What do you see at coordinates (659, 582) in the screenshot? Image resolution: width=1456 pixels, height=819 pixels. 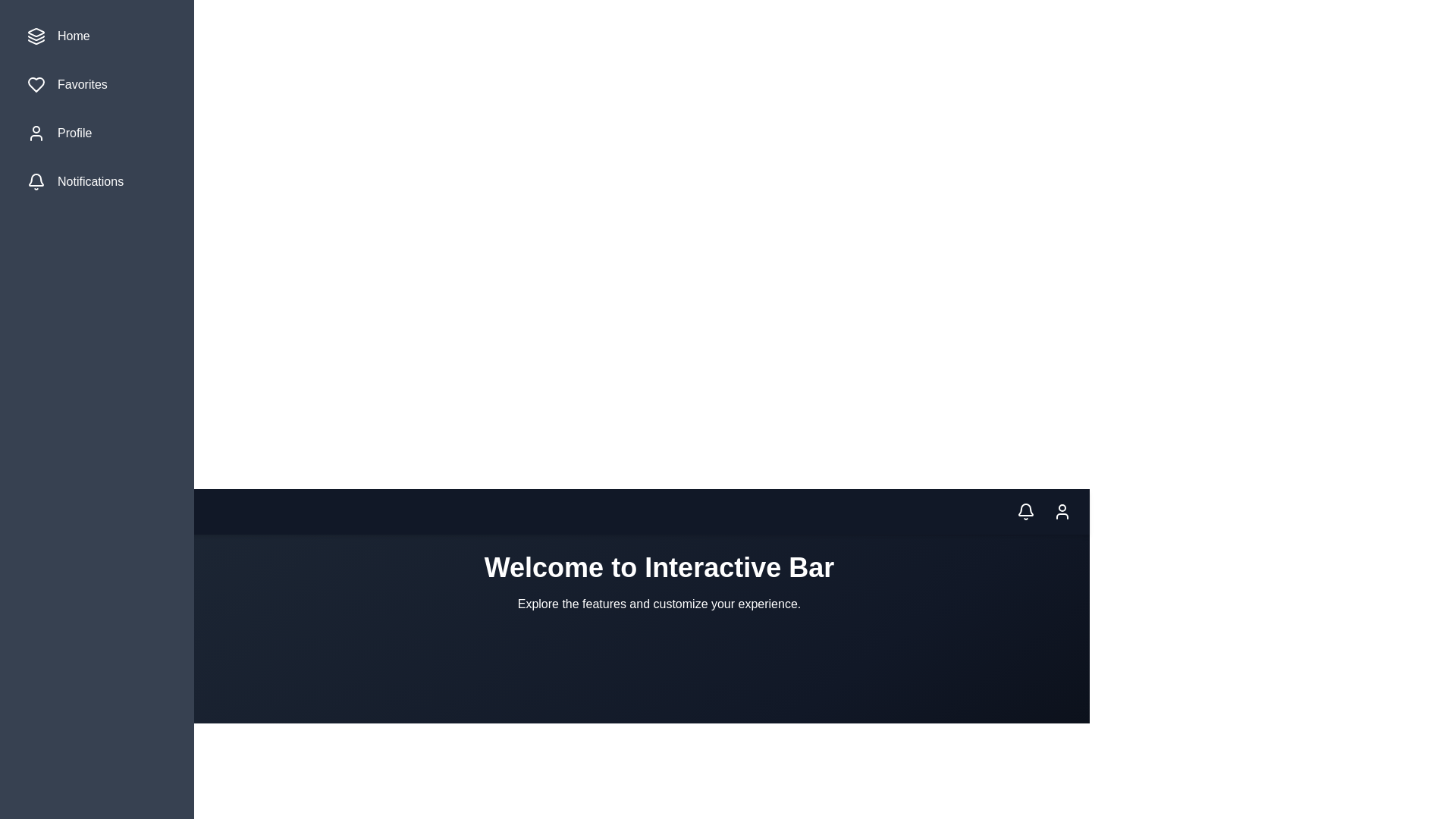 I see `the welcome text area by clicking its center` at bounding box center [659, 582].